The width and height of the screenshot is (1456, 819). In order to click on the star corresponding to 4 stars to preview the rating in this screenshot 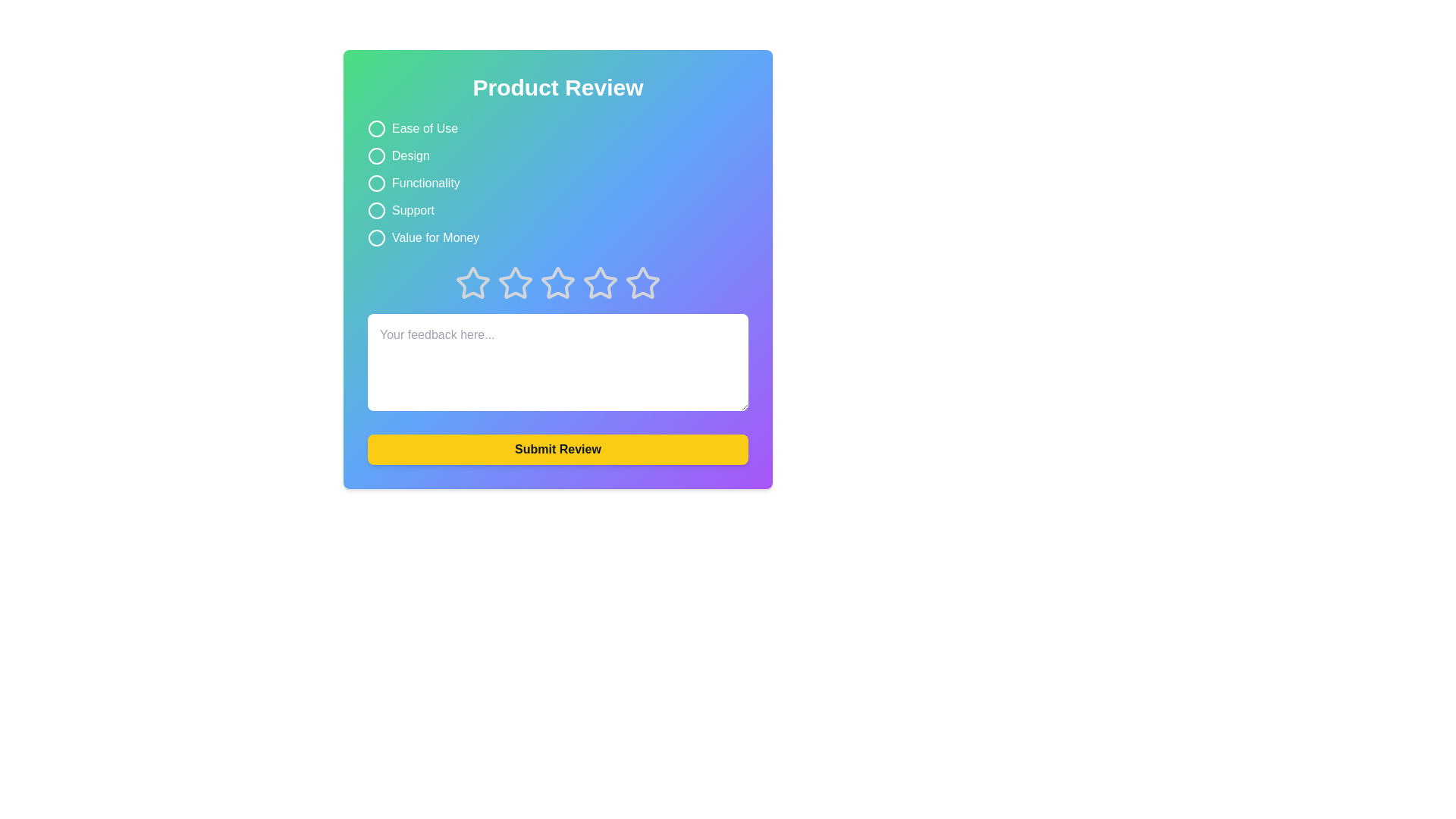, I will do `click(600, 284)`.